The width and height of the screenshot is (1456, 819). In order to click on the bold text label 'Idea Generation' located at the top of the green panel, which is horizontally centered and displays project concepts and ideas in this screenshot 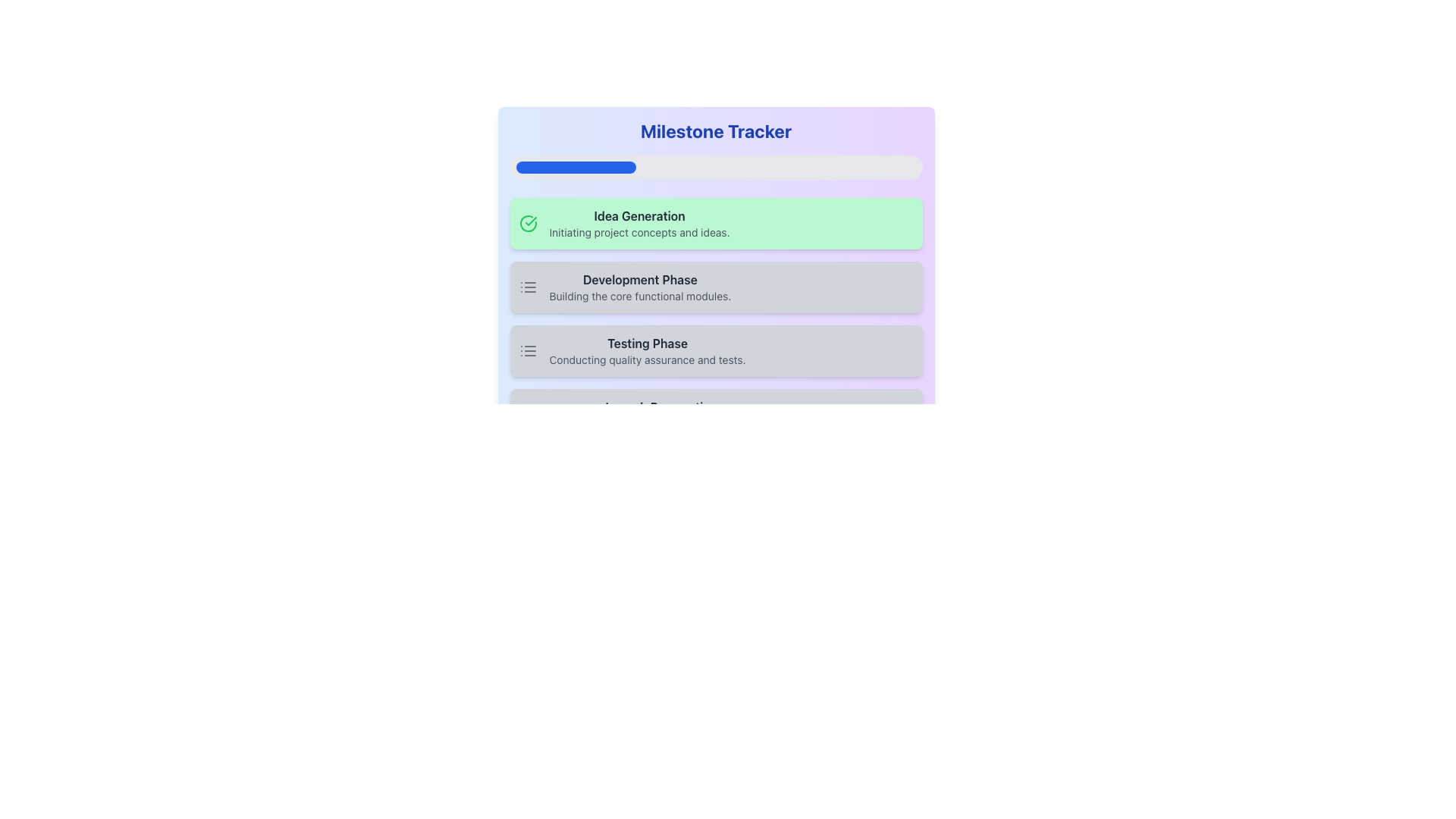, I will do `click(639, 216)`.